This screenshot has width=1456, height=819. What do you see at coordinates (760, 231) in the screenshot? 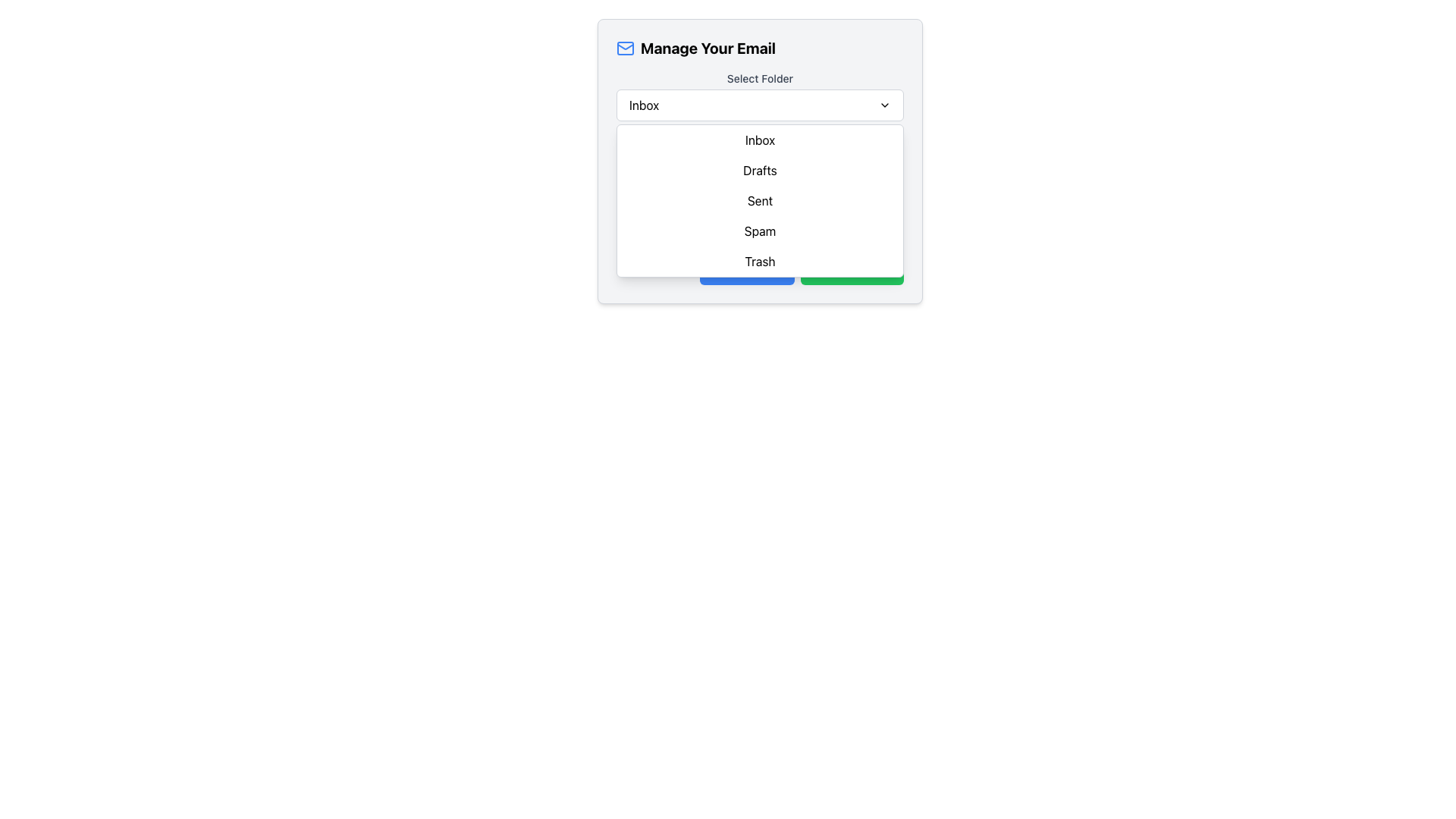
I see `the 'Spam' text label within the dropdown menu` at bounding box center [760, 231].